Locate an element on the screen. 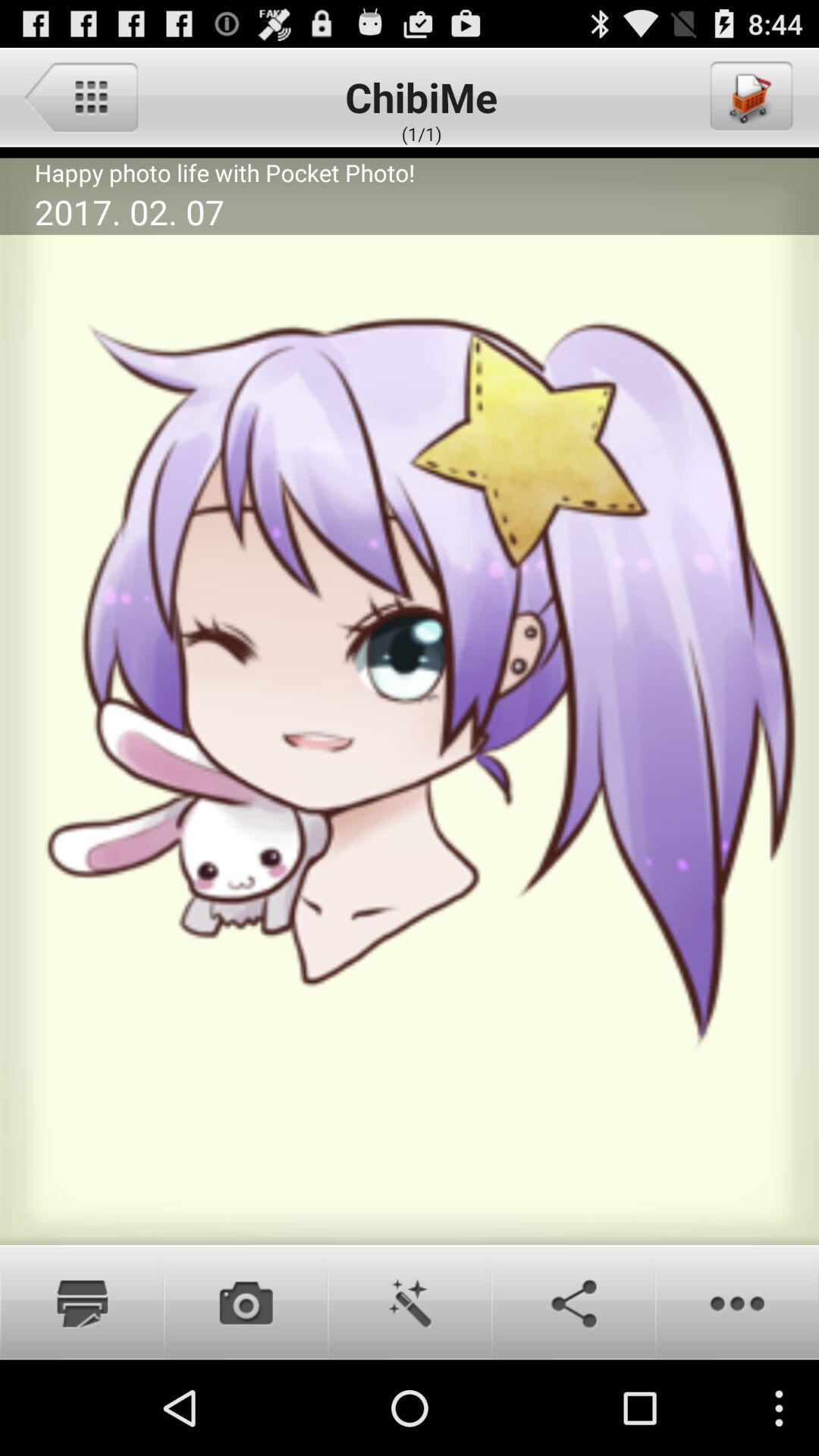 The height and width of the screenshot is (1456, 819). shopping cart button is located at coordinates (749, 96).